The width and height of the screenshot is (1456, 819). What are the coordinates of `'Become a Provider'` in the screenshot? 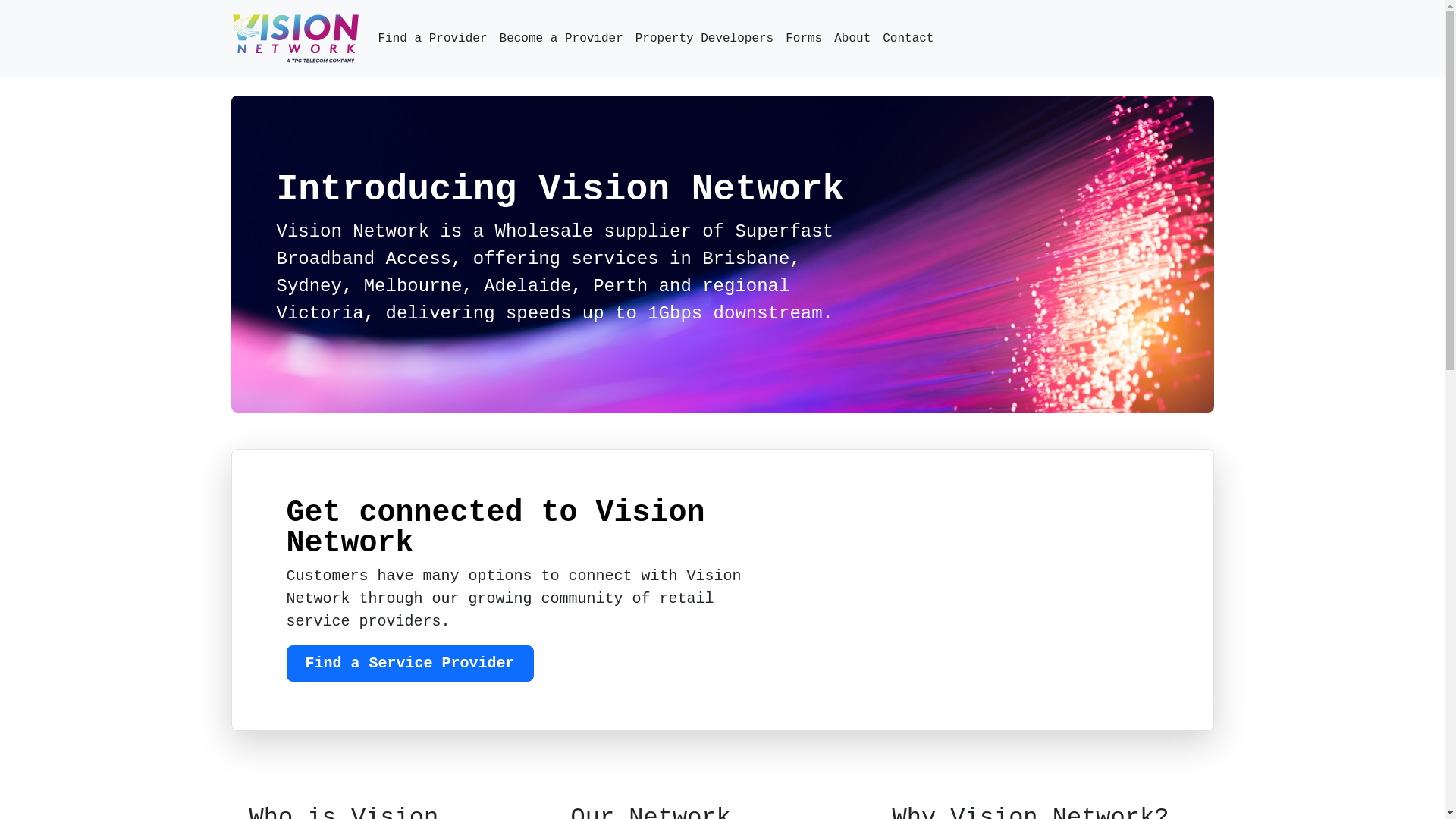 It's located at (560, 37).